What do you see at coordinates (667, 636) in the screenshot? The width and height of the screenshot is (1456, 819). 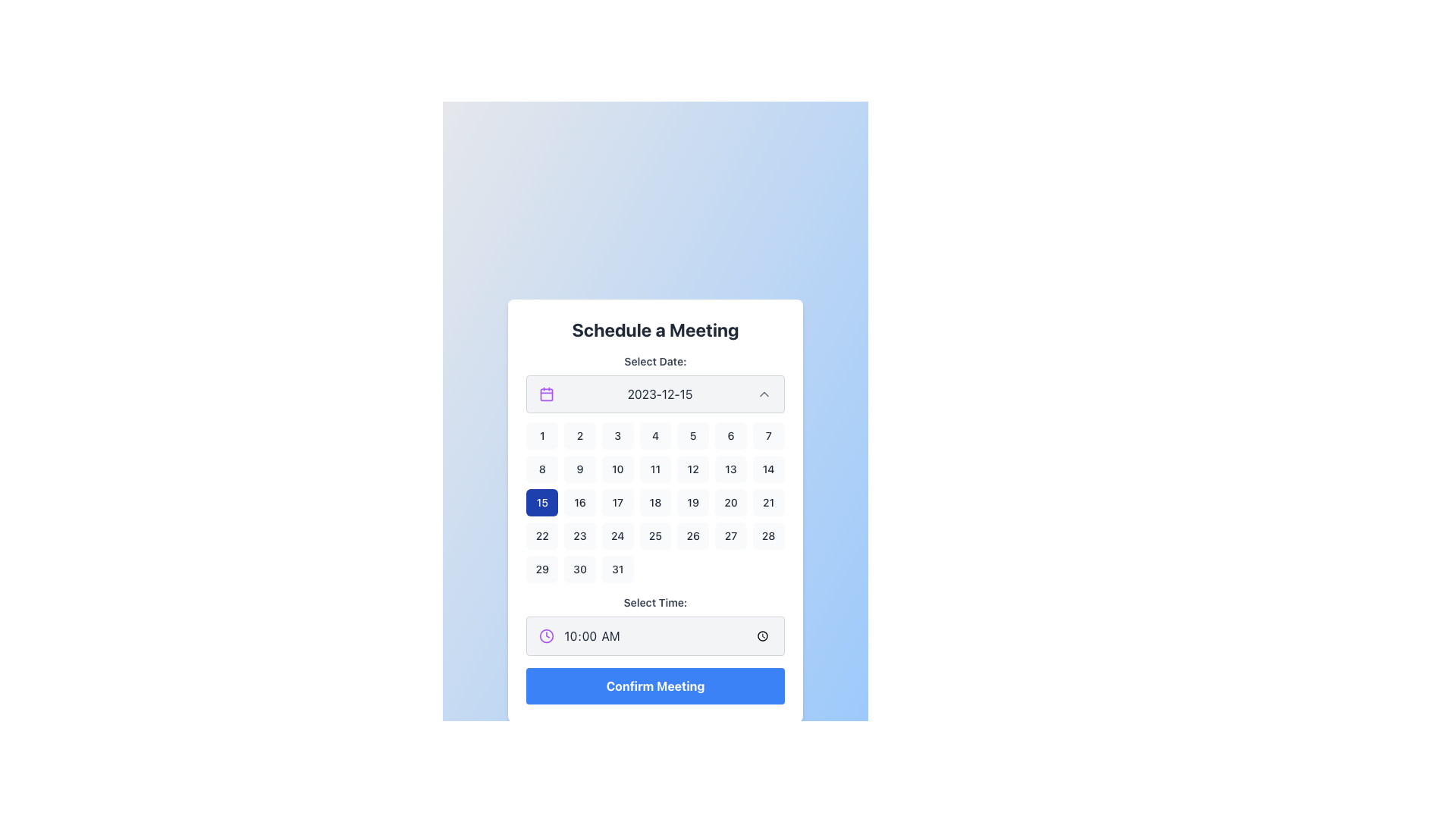 I see `the Time input field displaying '10:00 AM' to enter edit mode in the 'Schedule a Meeting' interface` at bounding box center [667, 636].